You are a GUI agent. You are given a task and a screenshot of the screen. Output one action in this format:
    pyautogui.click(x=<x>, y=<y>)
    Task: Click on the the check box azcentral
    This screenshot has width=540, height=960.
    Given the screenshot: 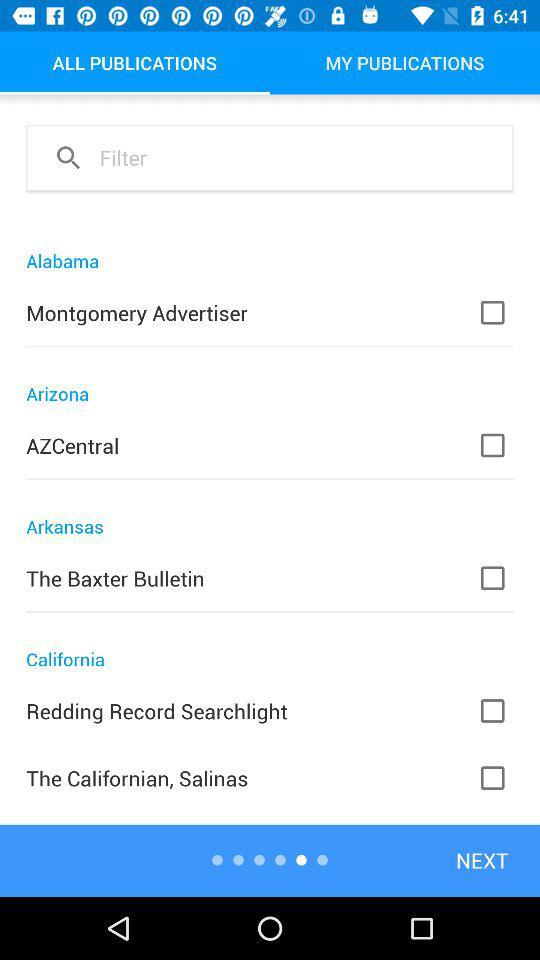 What is the action you would take?
    pyautogui.click(x=504, y=446)
    